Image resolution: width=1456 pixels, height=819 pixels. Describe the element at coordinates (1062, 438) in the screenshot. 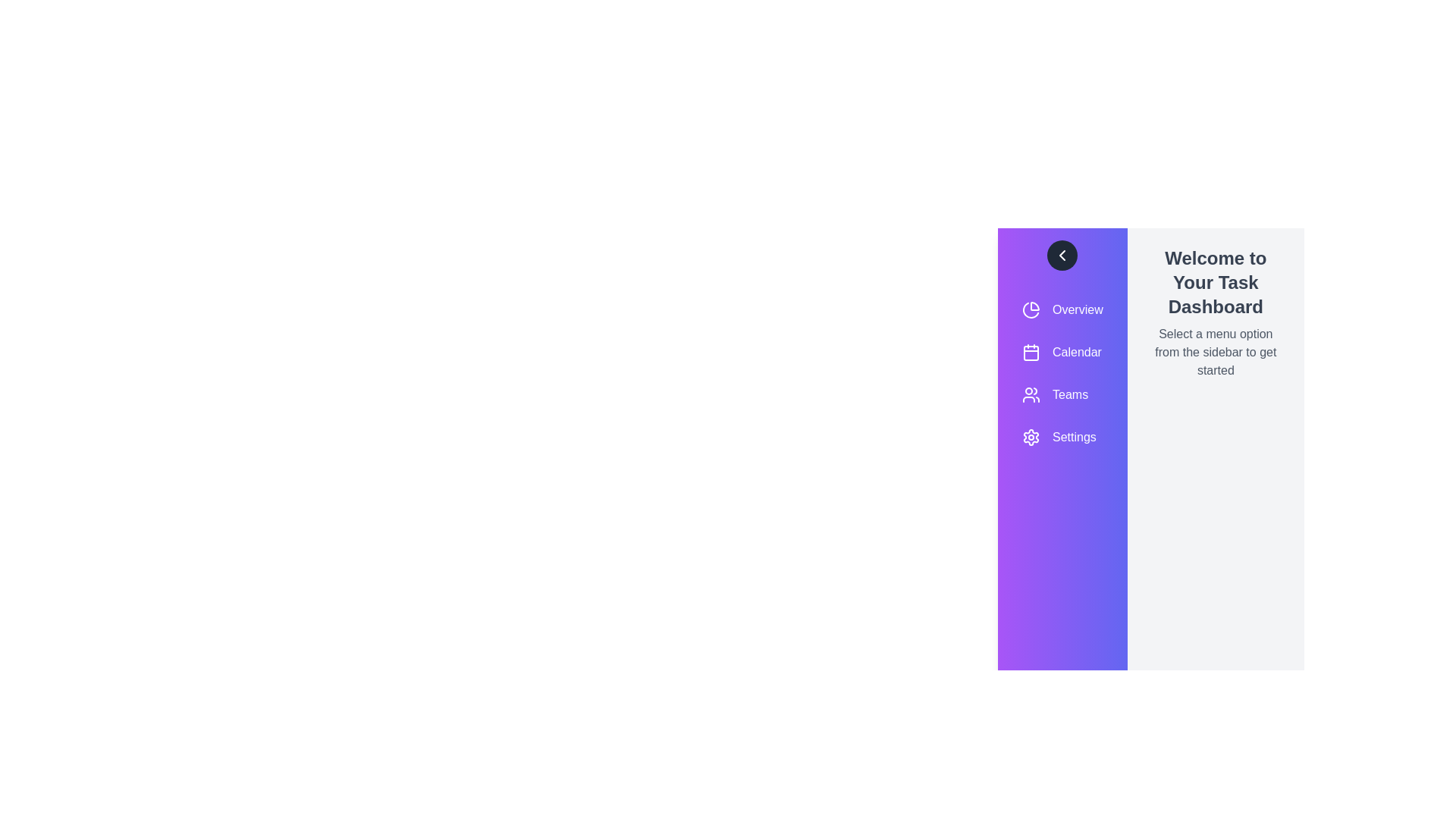

I see `the menu item Settings from the sidebar` at that location.